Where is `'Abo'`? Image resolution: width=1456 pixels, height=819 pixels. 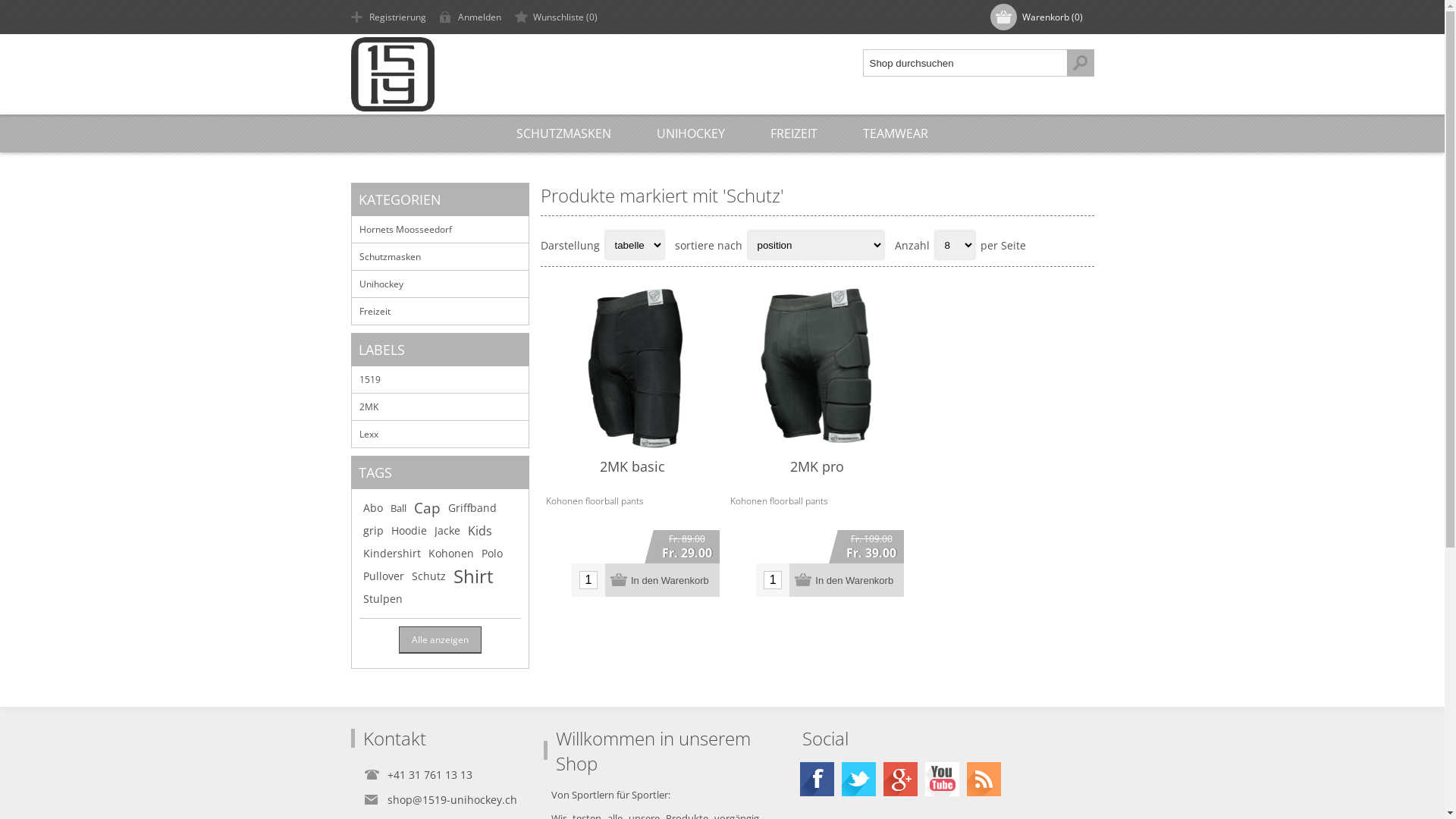 'Abo' is located at coordinates (372, 508).